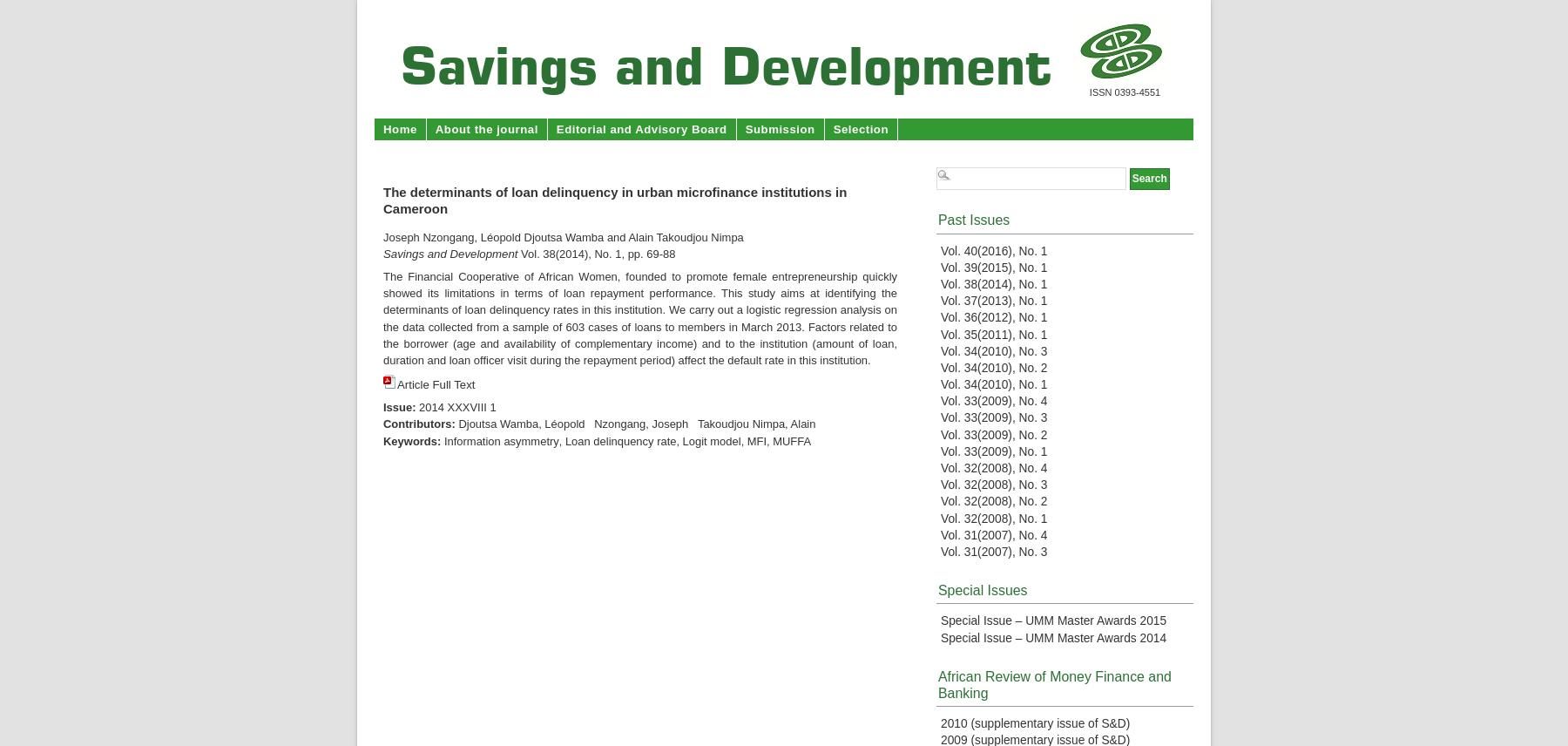 The width and height of the screenshot is (1568, 746). Describe the element at coordinates (613, 200) in the screenshot. I see `'The determinants of loan delinquency in urban microfinance institutions in Cameroon'` at that location.